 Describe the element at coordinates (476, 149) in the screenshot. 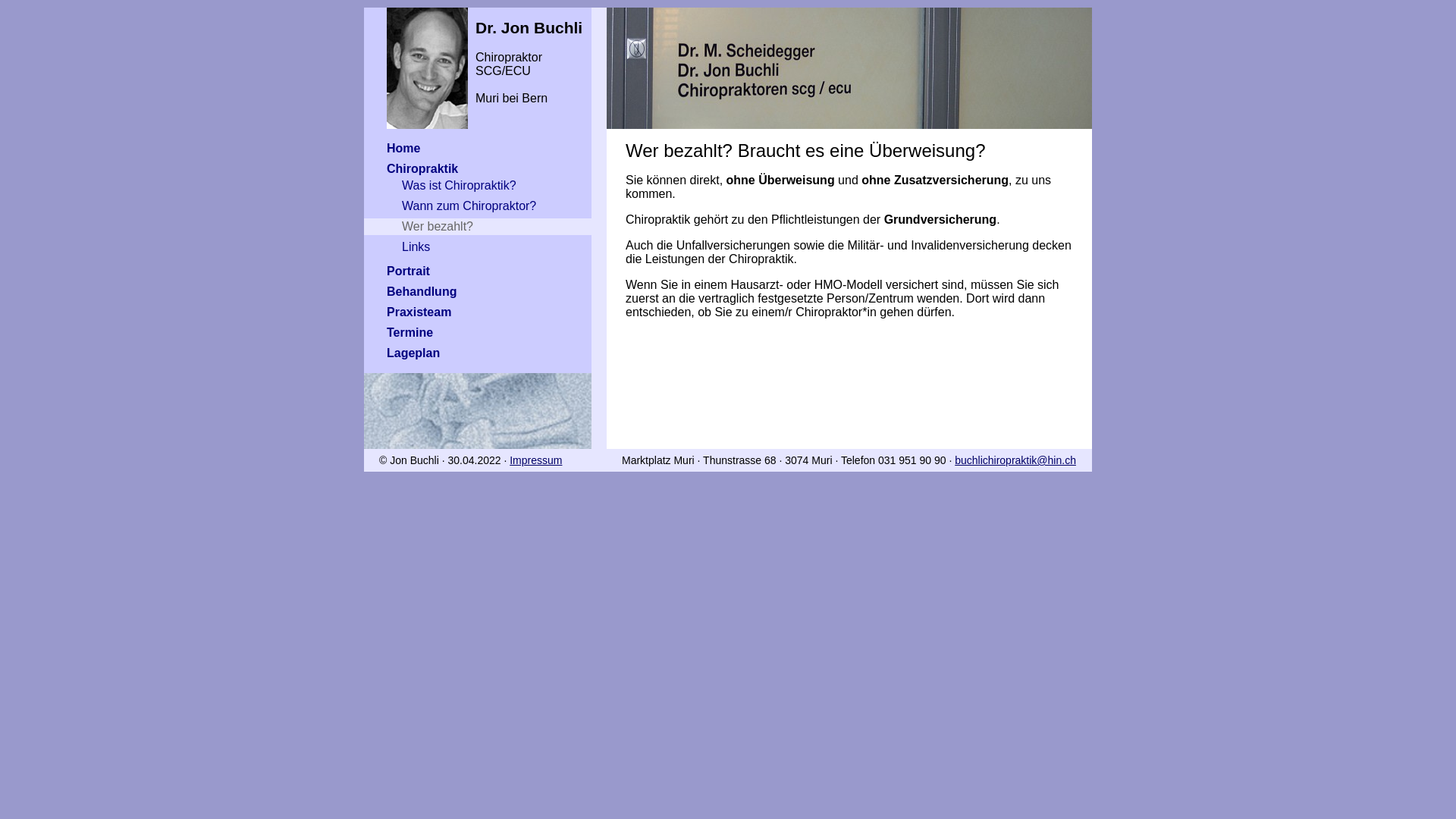

I see `'Home'` at that location.